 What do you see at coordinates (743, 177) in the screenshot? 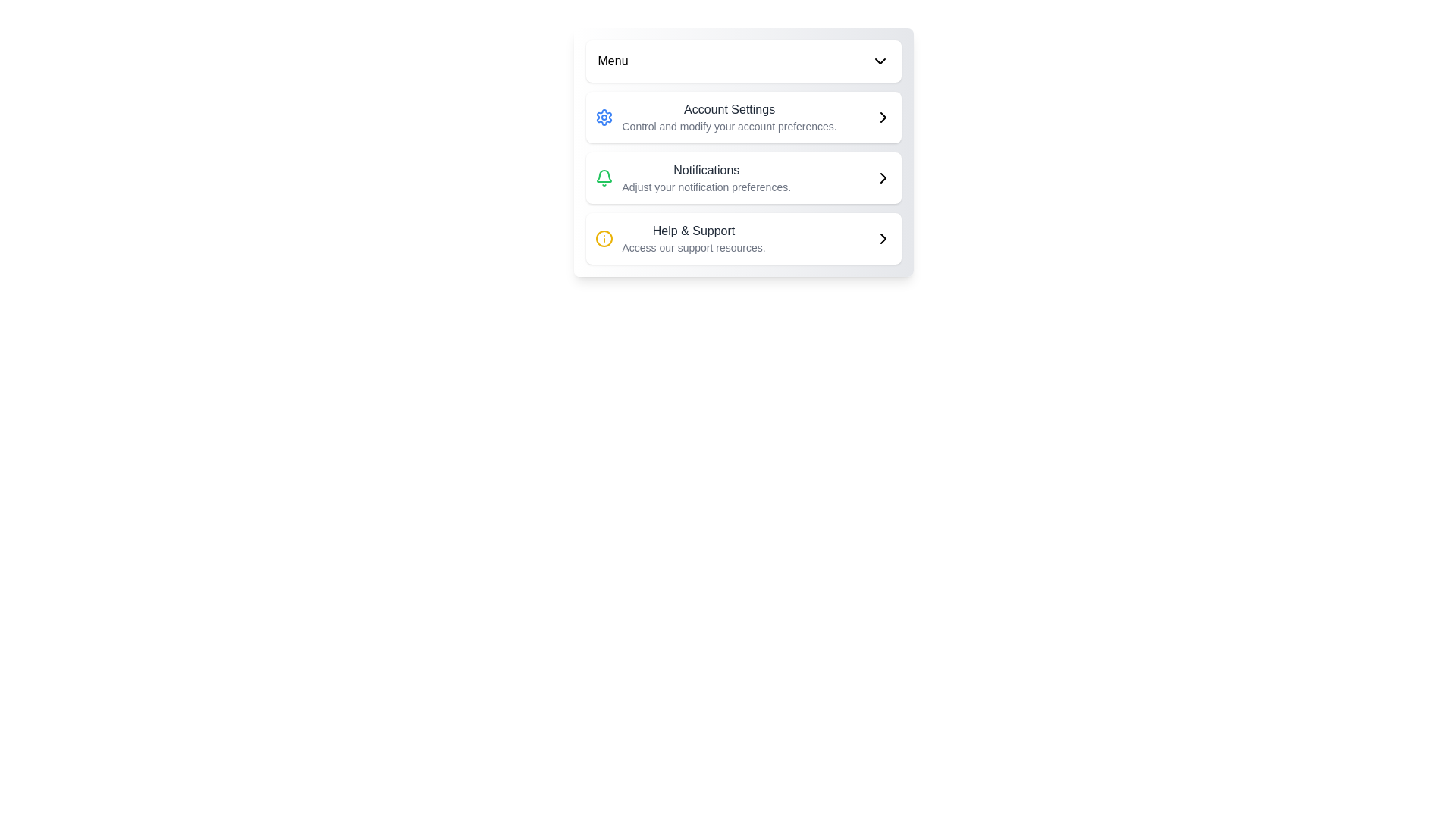
I see `the notification preferences button located between the 'Account Settings' and 'Help & Support' sections` at bounding box center [743, 177].